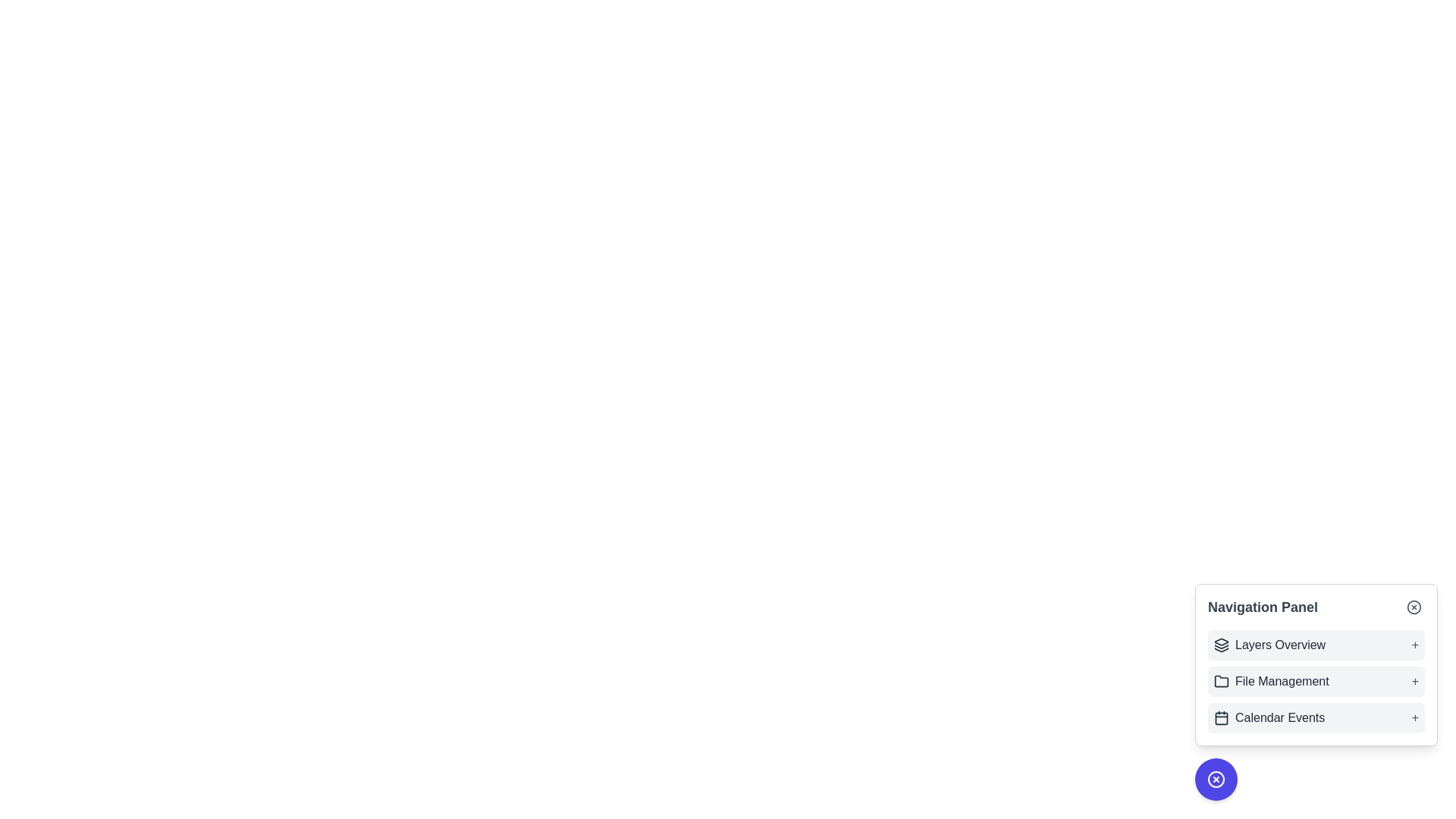 The height and width of the screenshot is (819, 1456). What do you see at coordinates (1414, 645) in the screenshot?
I see `the plus sign icon located in the Navigation Panel, adjacent to the 'Layers Overview' text, to indicate the possibility of expanding or interacting with related content` at bounding box center [1414, 645].